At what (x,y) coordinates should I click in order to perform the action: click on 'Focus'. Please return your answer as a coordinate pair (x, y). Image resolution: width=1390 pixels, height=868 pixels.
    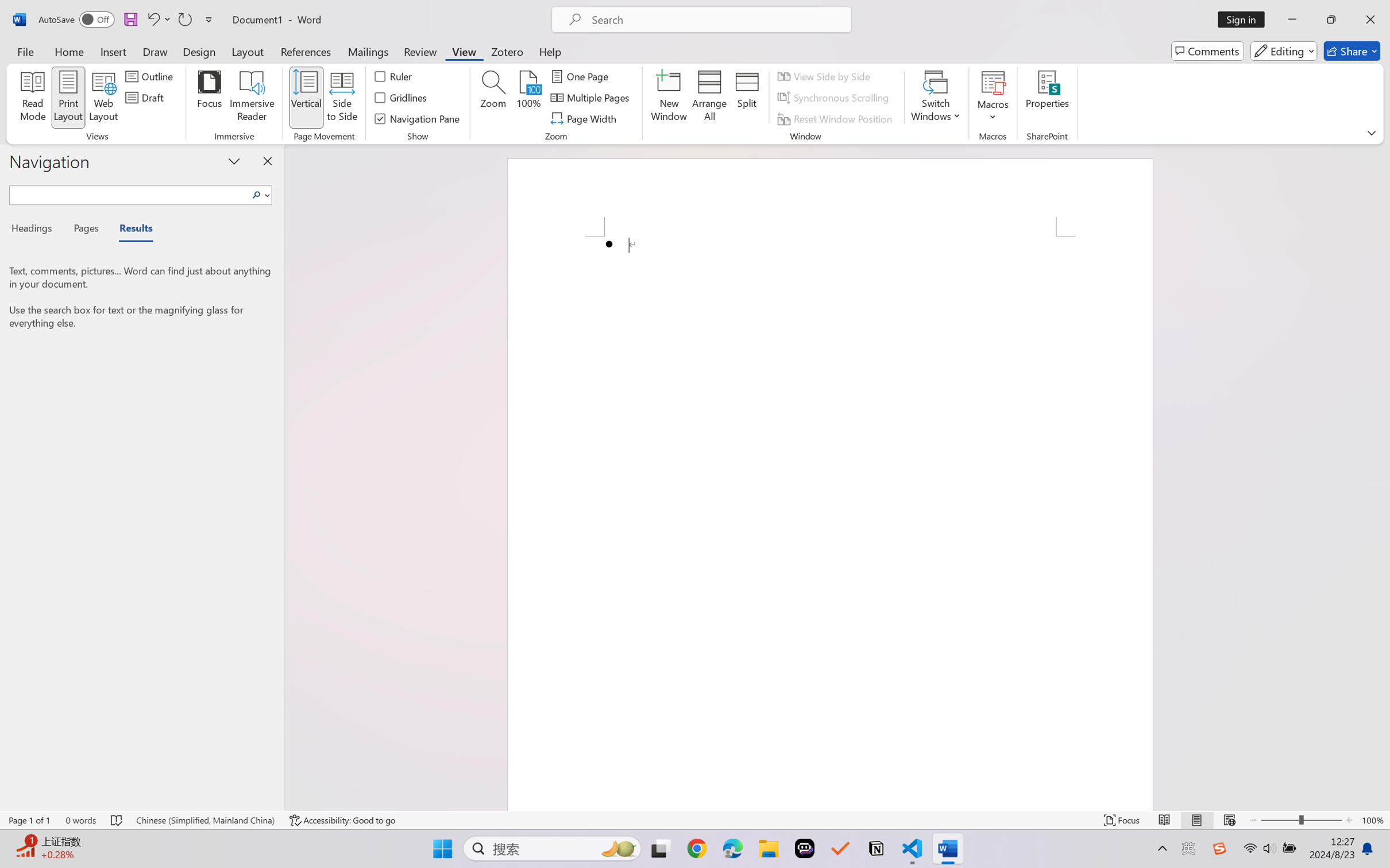
    Looking at the image, I should click on (209, 98).